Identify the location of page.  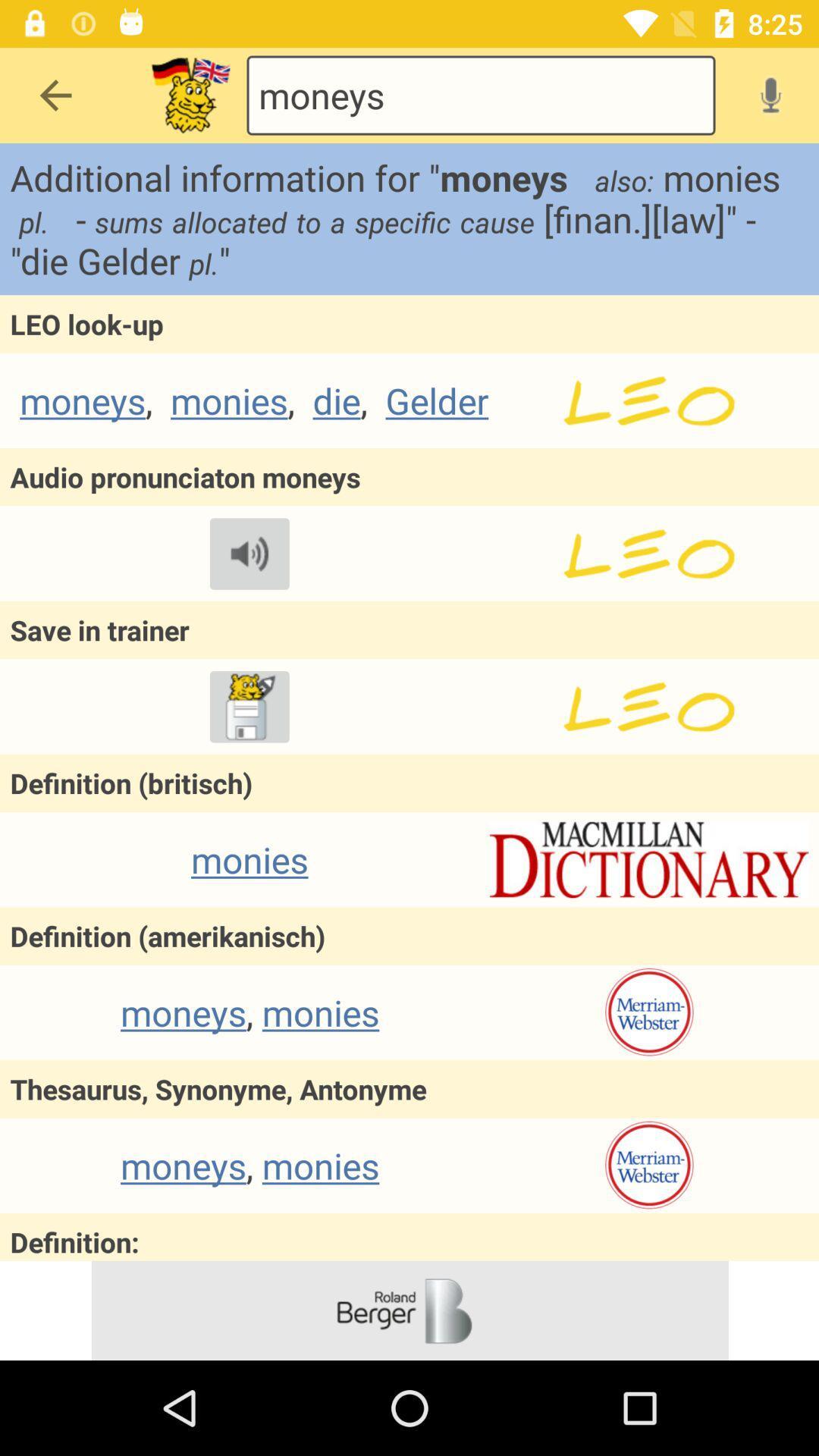
(648, 553).